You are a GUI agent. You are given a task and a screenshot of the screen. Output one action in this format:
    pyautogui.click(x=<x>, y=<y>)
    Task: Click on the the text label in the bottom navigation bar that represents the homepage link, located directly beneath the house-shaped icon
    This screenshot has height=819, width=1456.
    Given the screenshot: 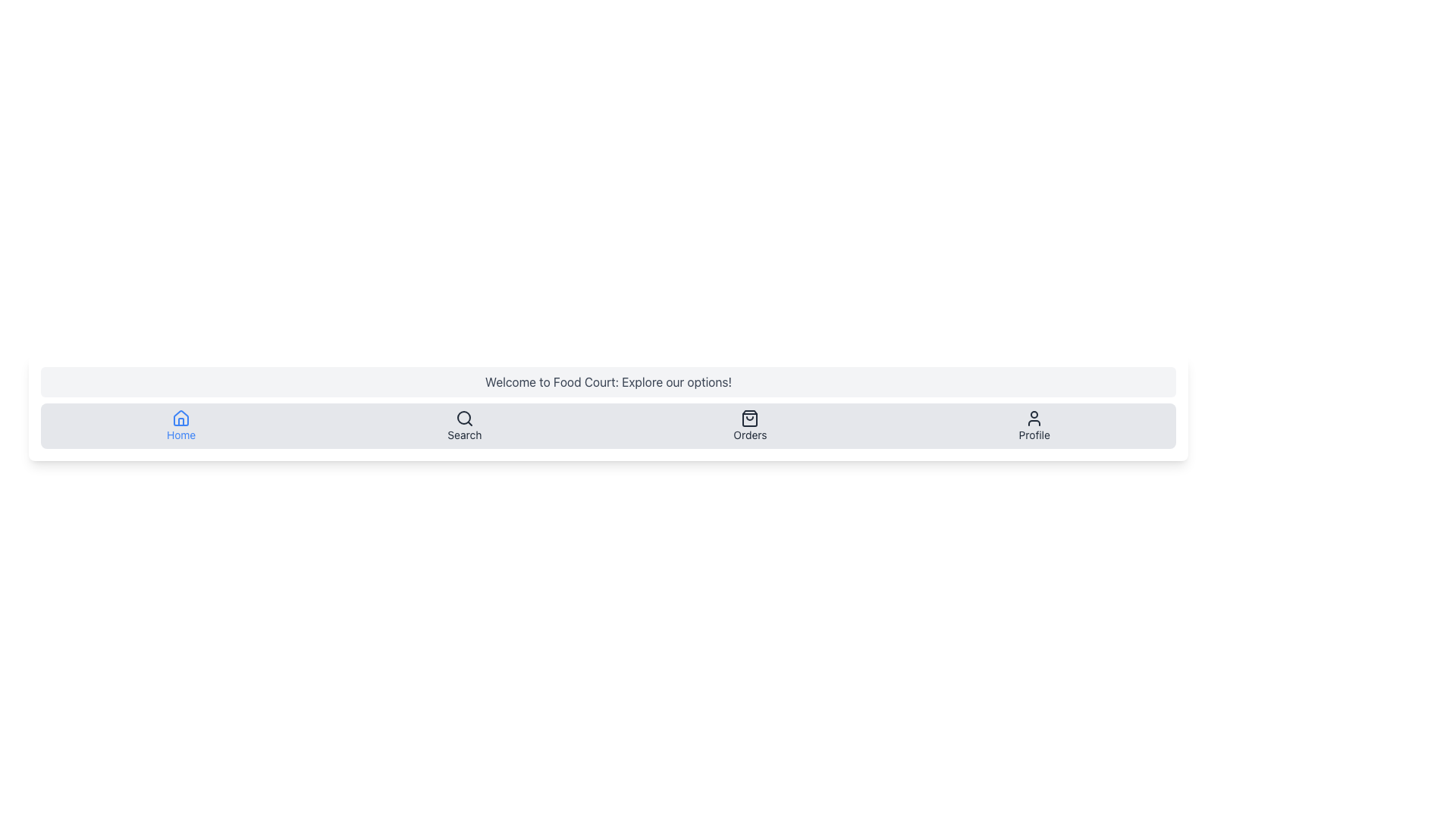 What is the action you would take?
    pyautogui.click(x=181, y=435)
    